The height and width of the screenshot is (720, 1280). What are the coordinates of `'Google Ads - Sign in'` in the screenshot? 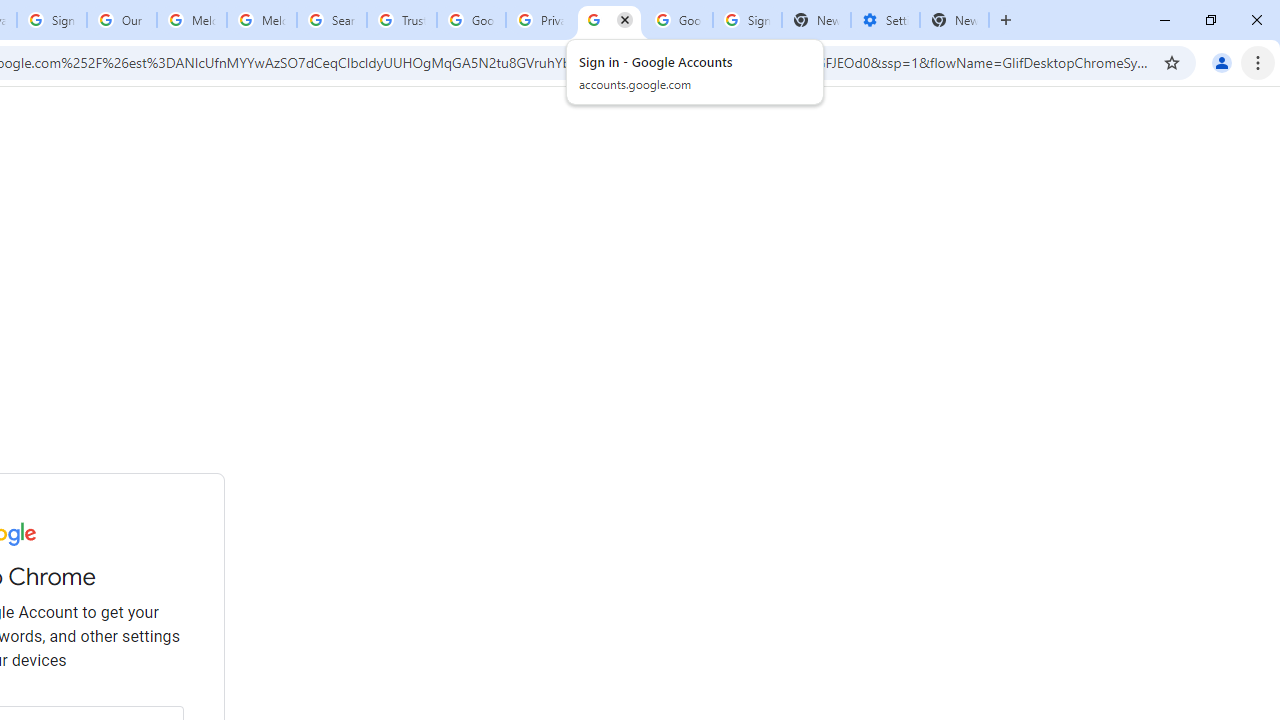 It's located at (470, 20).